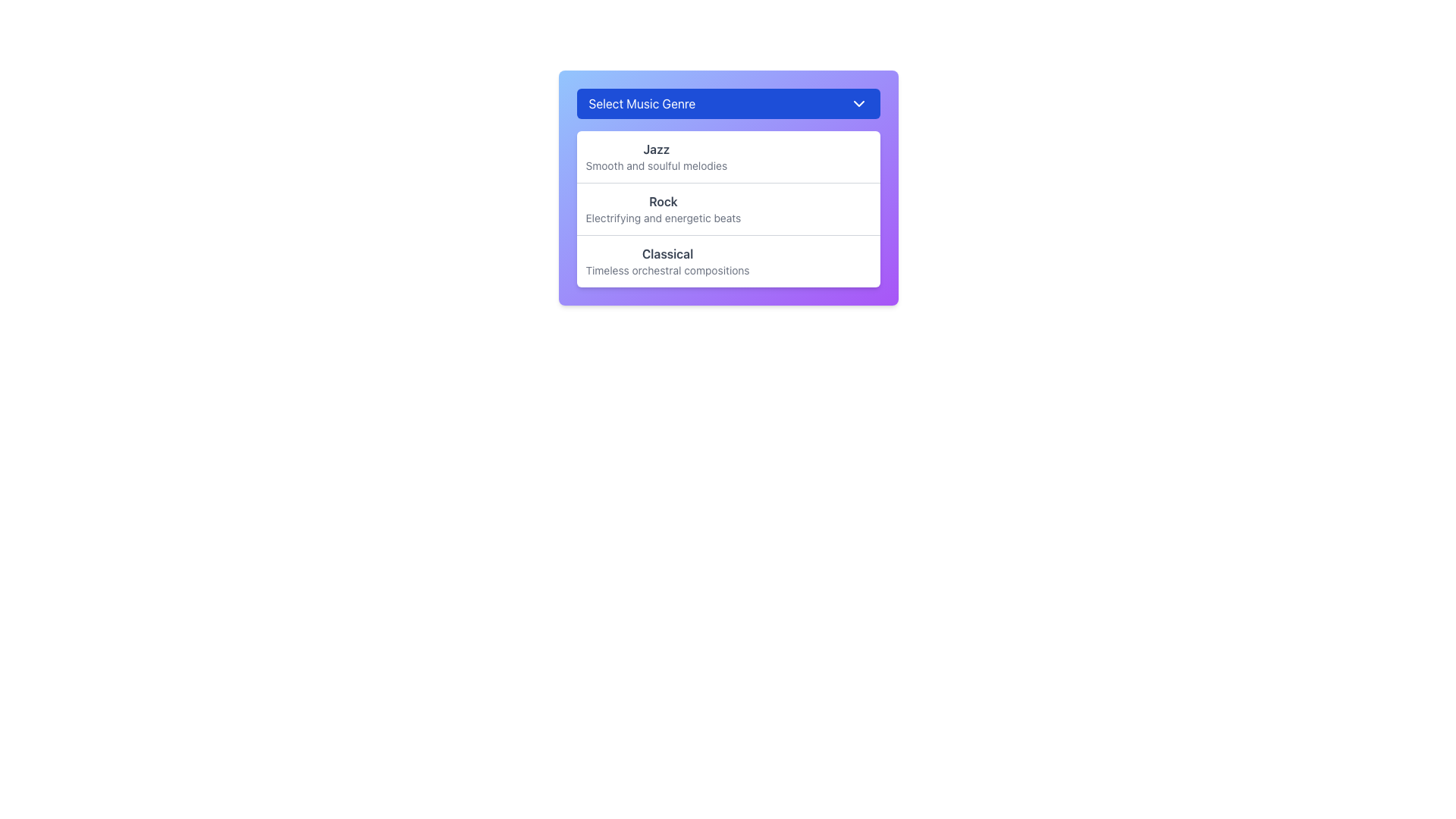 The width and height of the screenshot is (1456, 819). What do you see at coordinates (663, 209) in the screenshot?
I see `the text option that displays 'Rock' and its subtext 'Electrifying and energetic beats' in the dropdown menu` at bounding box center [663, 209].